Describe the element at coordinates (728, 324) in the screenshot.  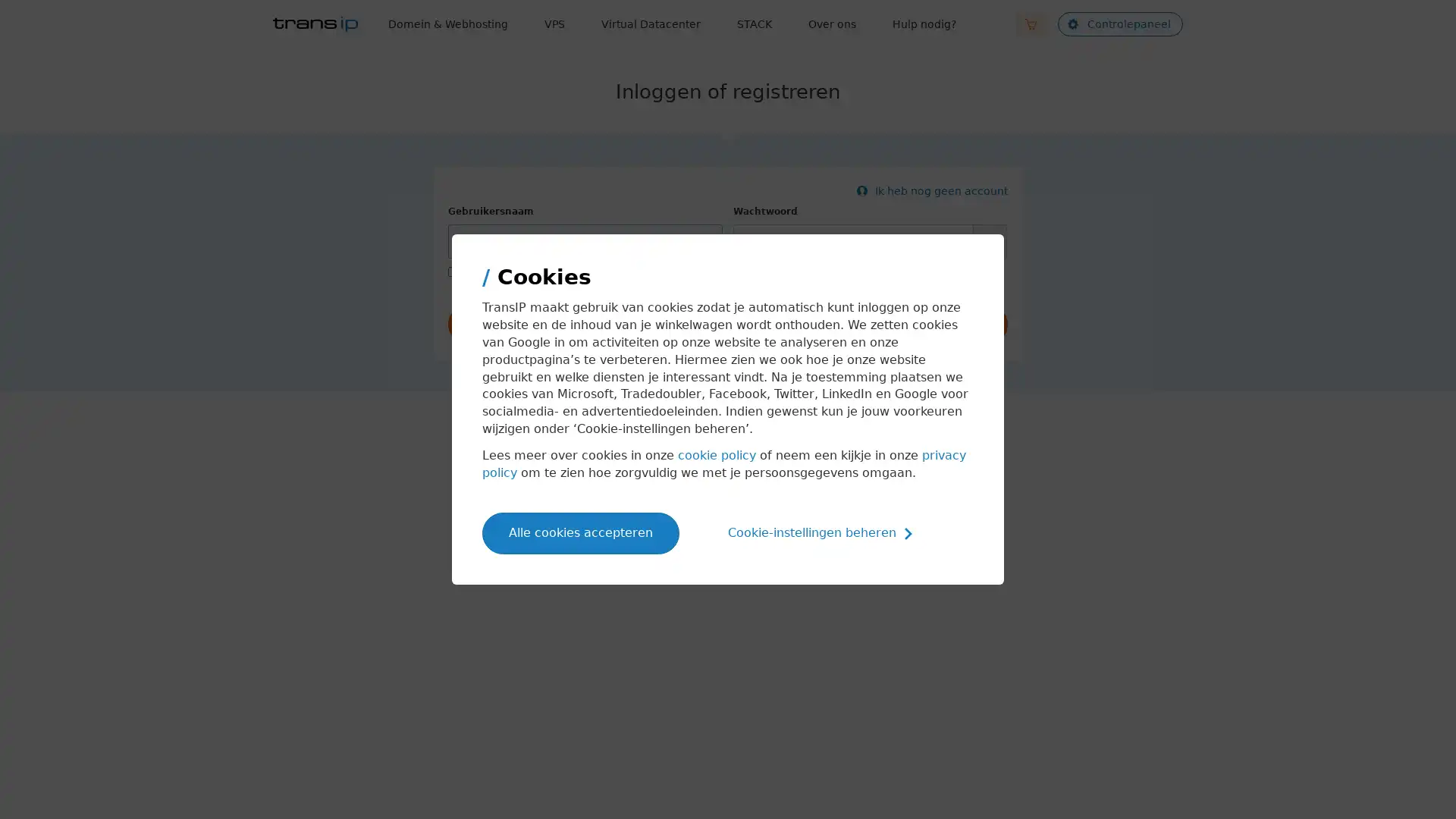
I see `Inloggen` at that location.